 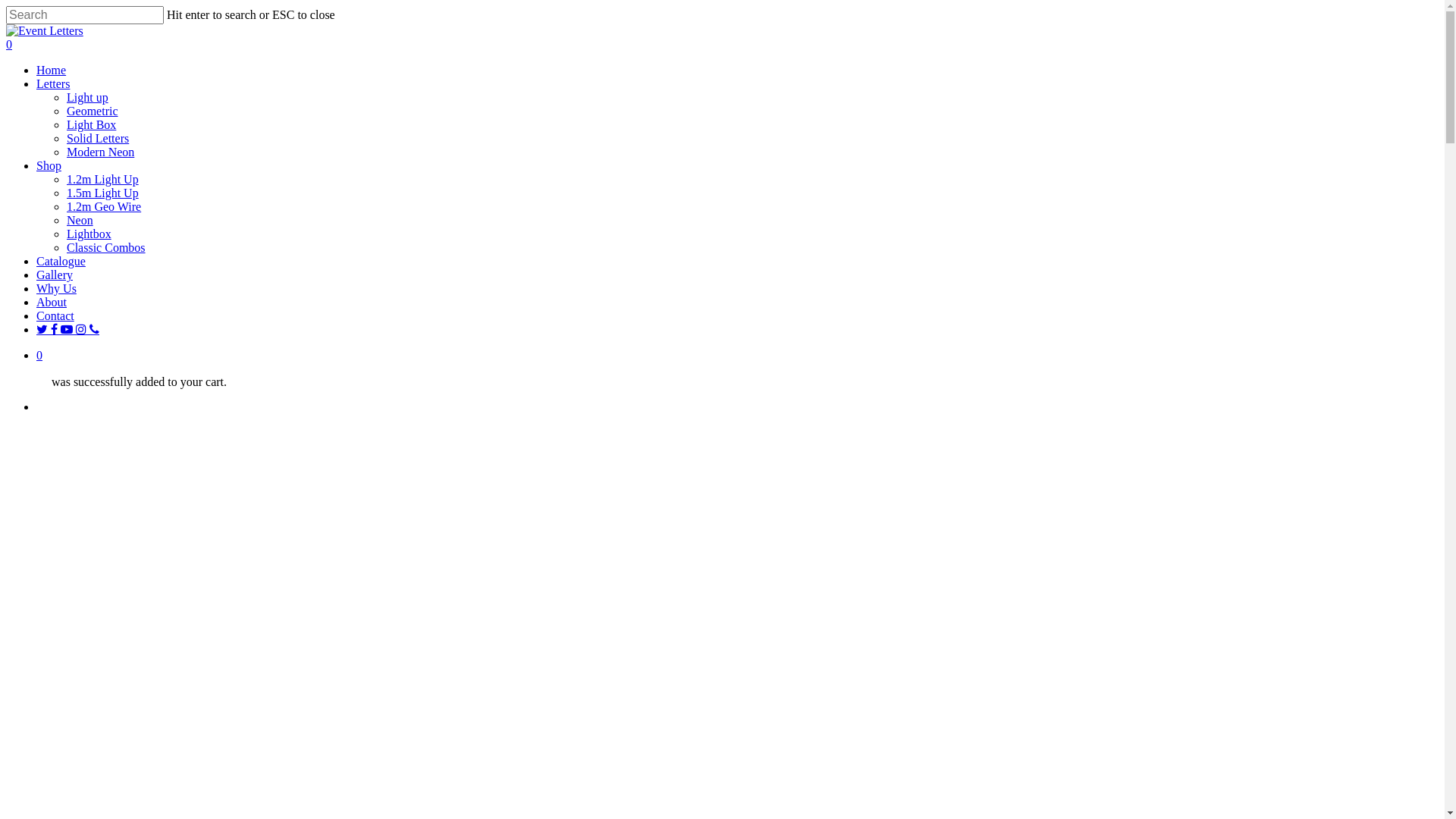 I want to click on 'Catalogue', so click(x=61, y=260).